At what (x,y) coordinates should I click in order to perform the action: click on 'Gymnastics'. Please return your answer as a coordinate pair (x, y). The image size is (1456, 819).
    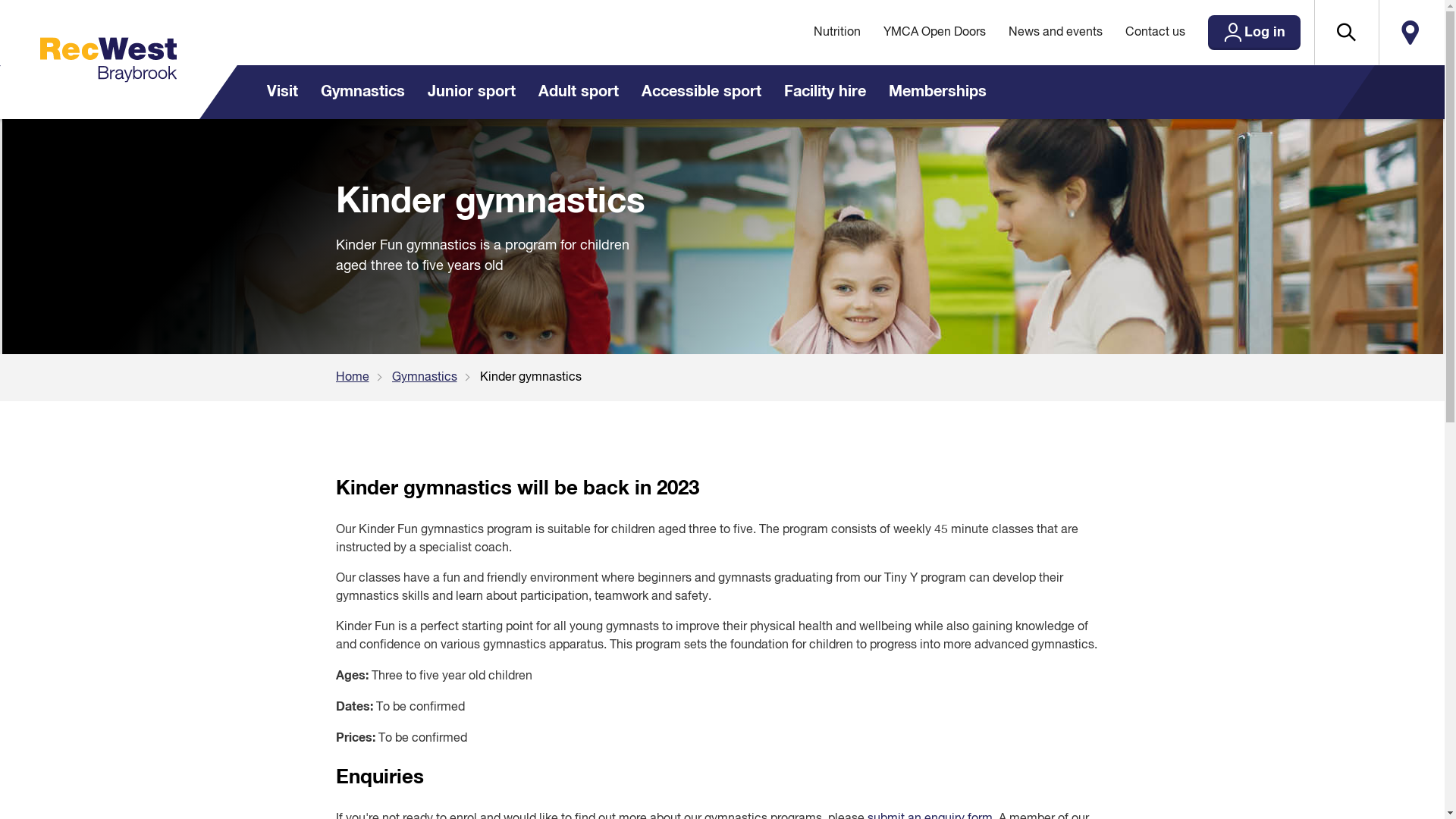
    Looking at the image, I should click on (391, 376).